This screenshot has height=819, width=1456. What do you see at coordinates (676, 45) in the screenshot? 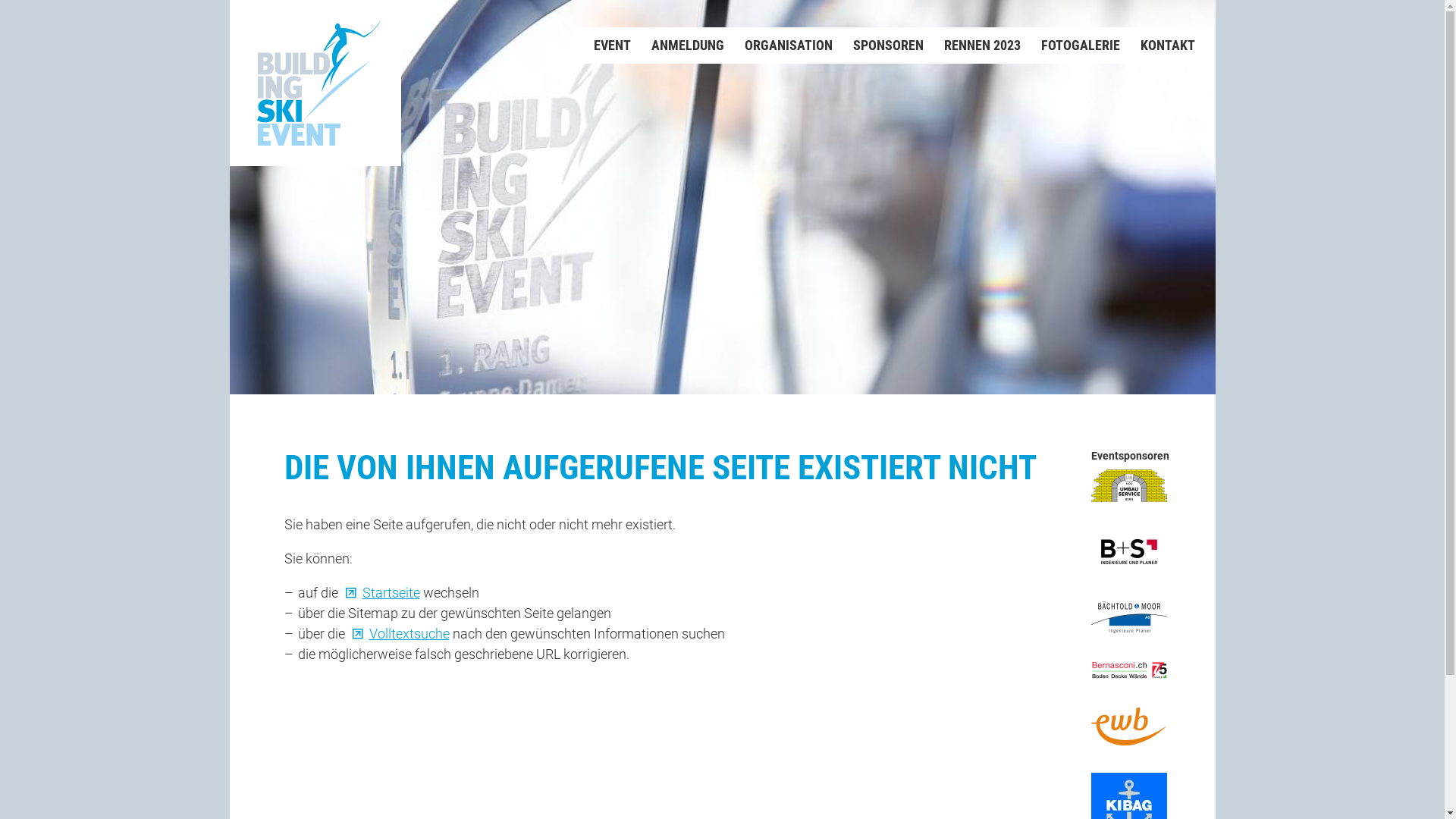
I see `'ANMELDUNG'` at bounding box center [676, 45].